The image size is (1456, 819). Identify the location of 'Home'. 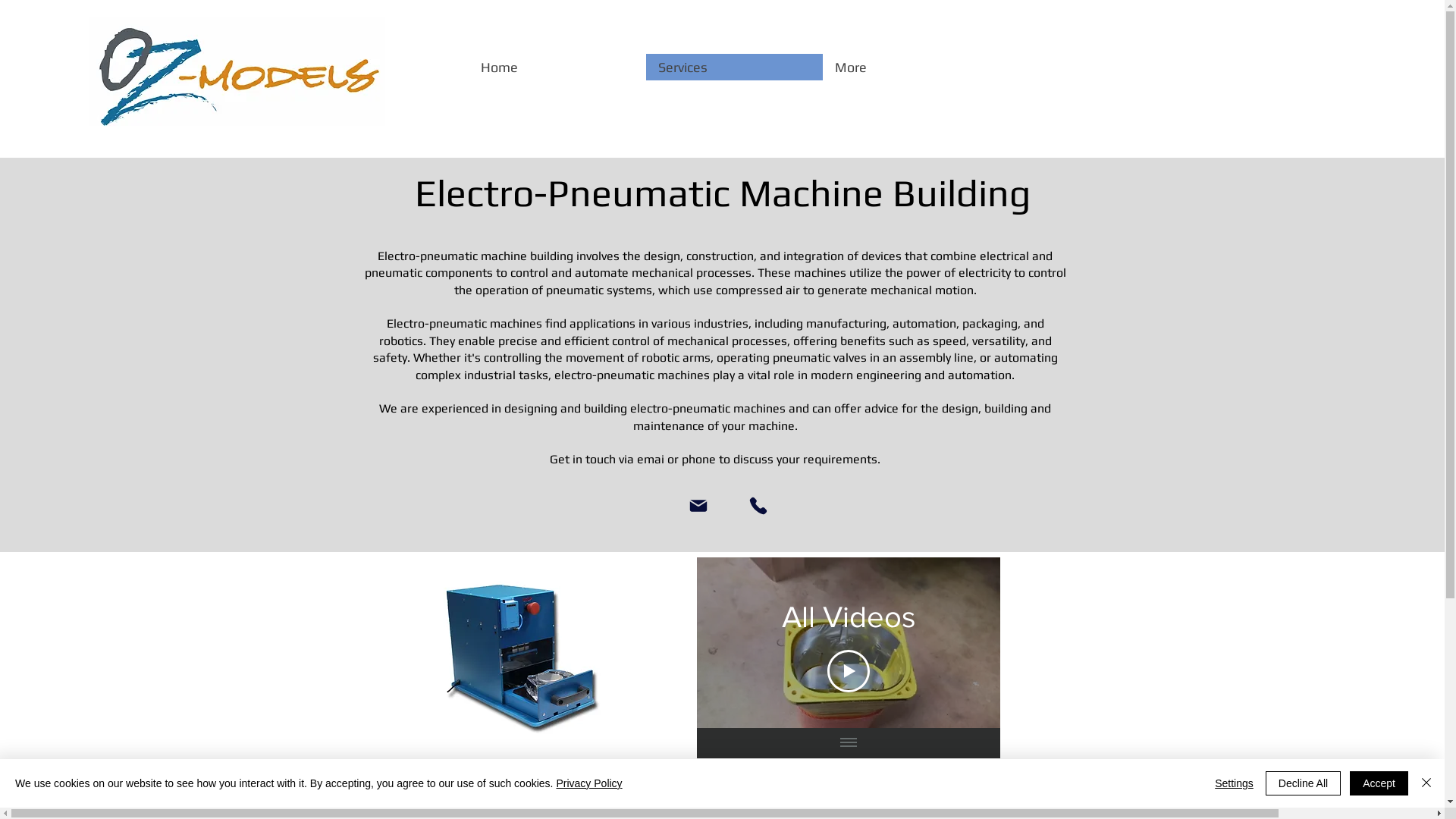
(556, 66).